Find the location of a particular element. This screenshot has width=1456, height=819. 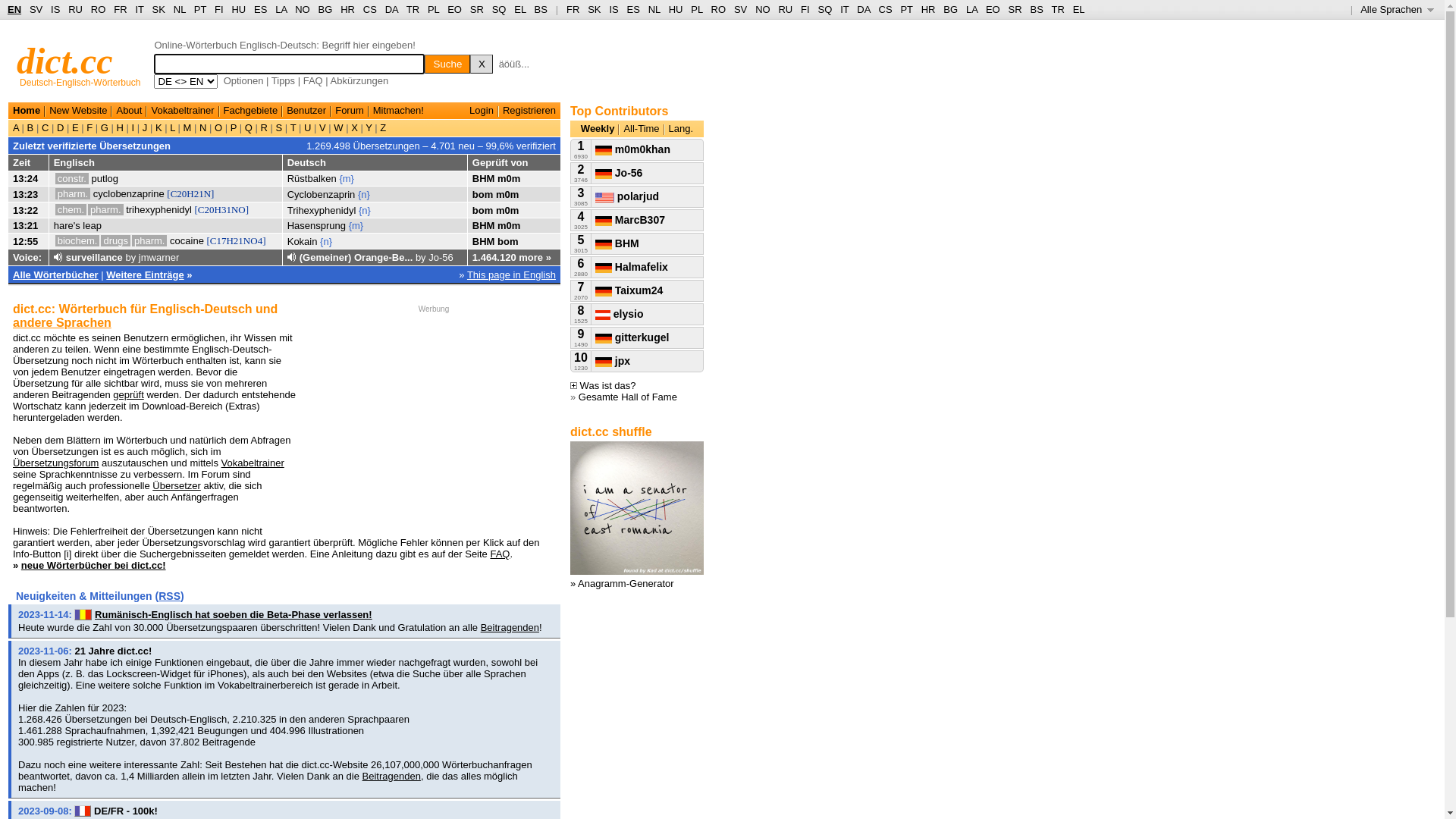

'13:23' is located at coordinates (25, 193).